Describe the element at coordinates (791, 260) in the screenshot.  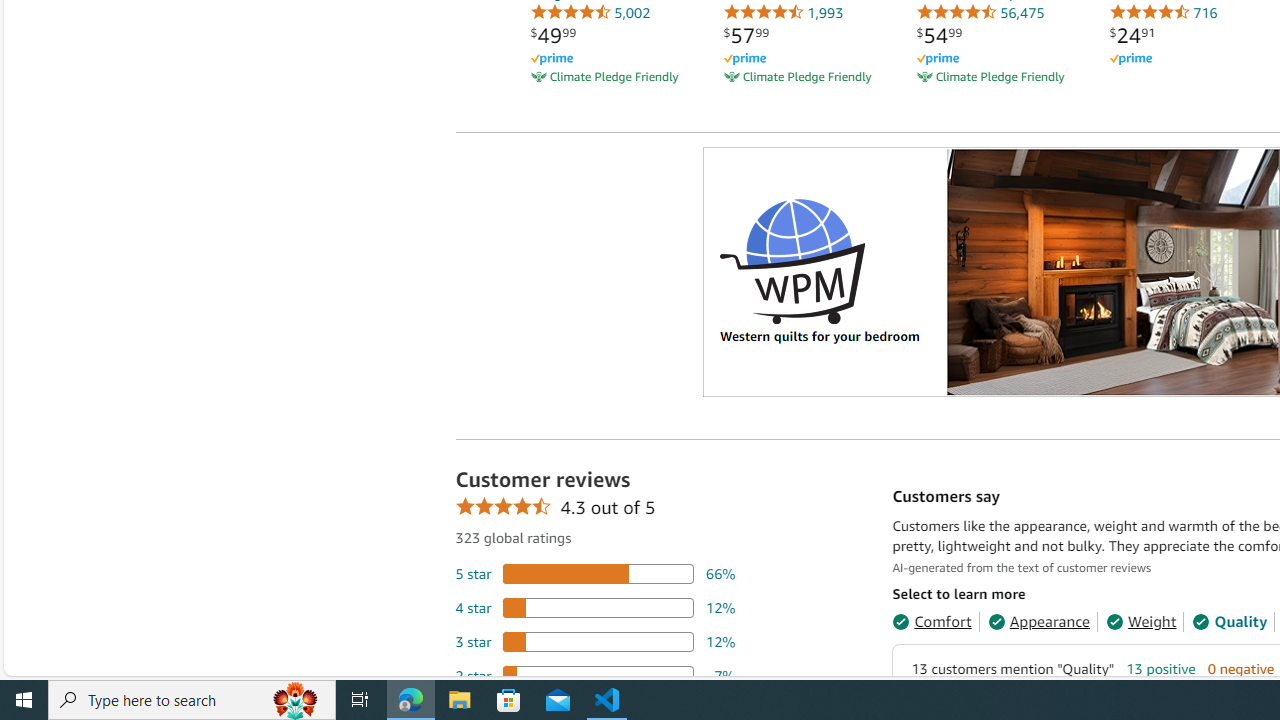
I see `'Logo'` at that location.